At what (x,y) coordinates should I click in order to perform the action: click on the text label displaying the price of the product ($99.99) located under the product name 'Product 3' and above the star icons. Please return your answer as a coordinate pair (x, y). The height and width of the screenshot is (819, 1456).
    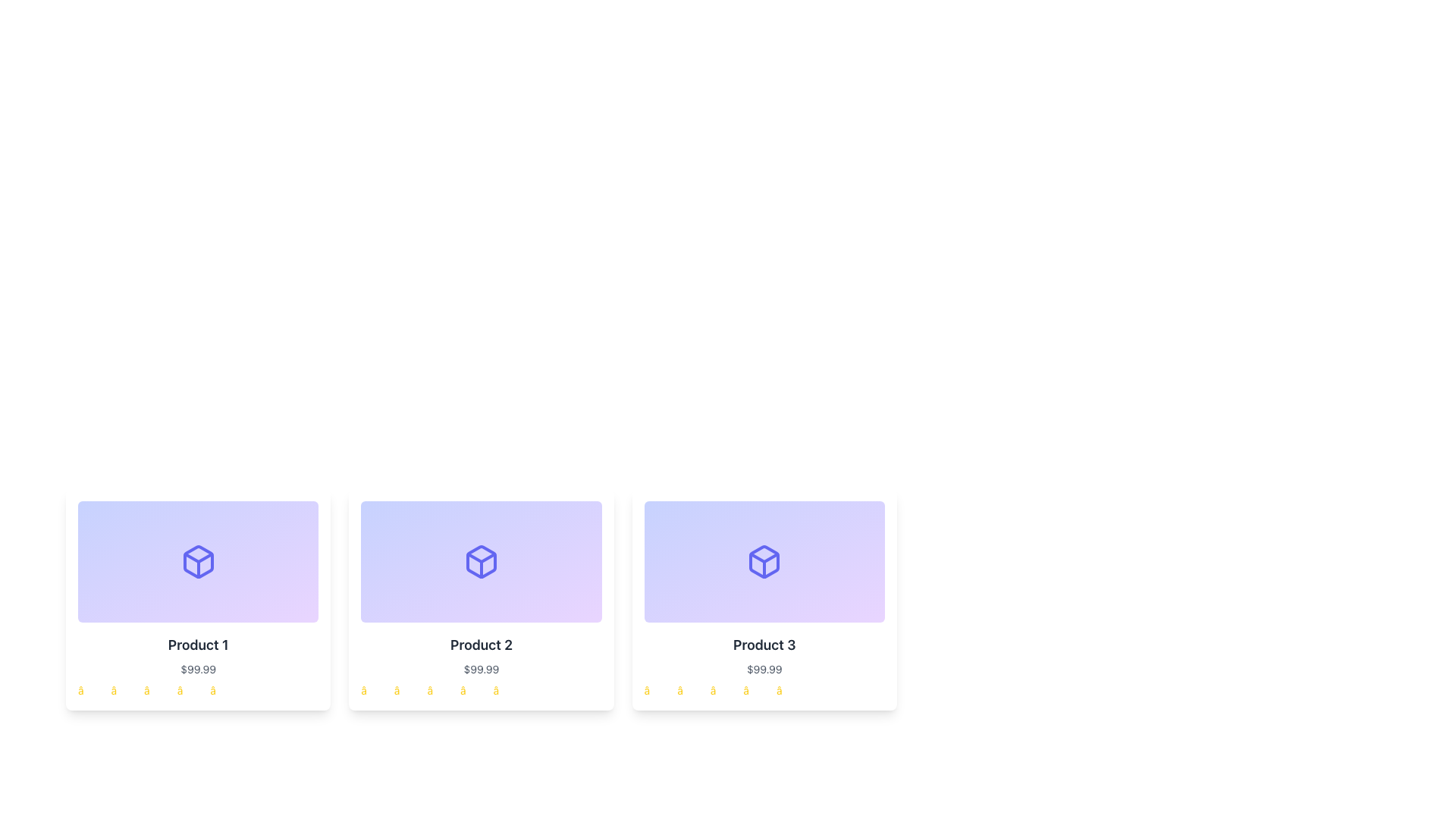
    Looking at the image, I should click on (764, 669).